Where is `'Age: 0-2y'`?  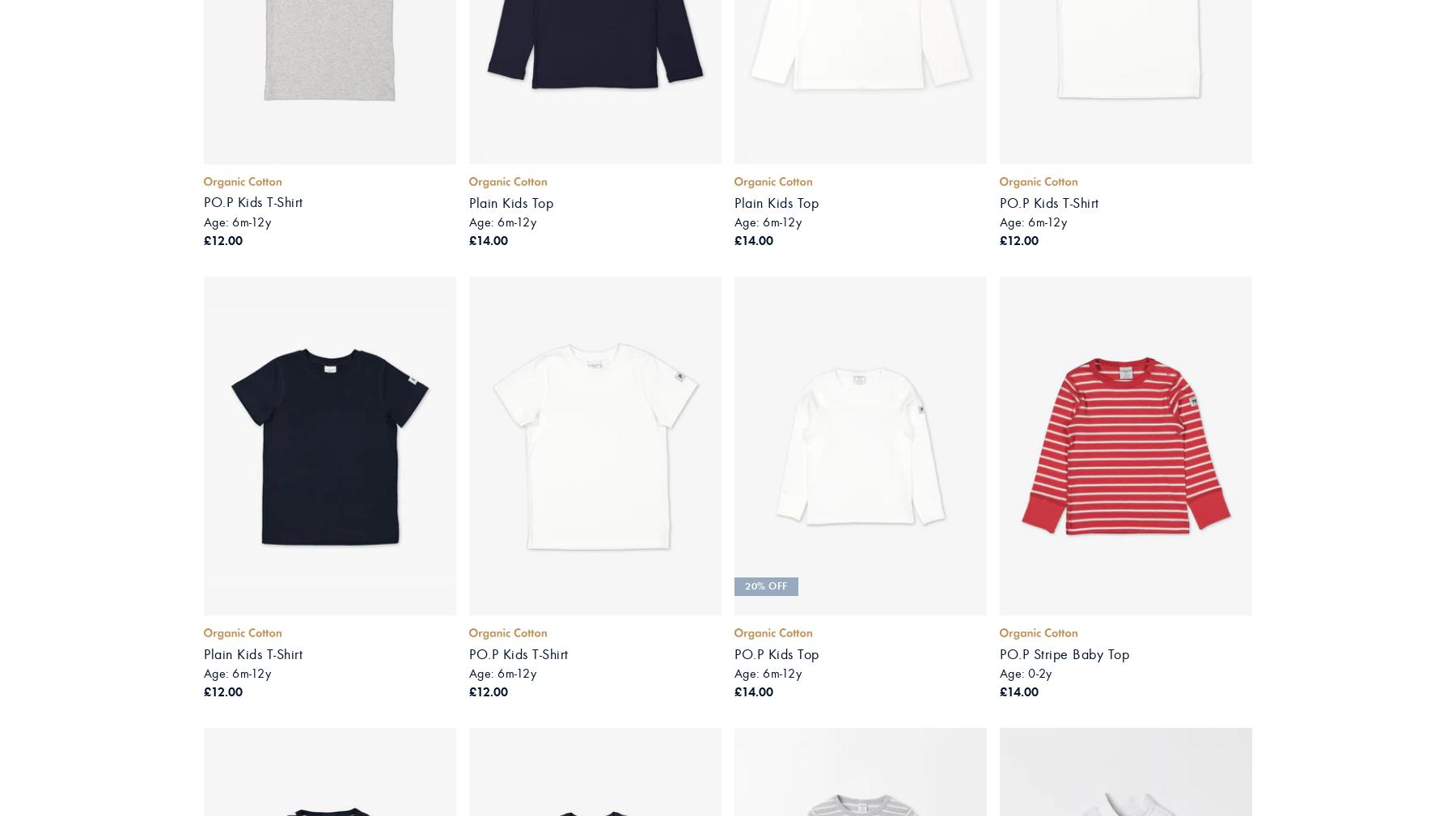 'Age: 0-2y' is located at coordinates (1025, 673).